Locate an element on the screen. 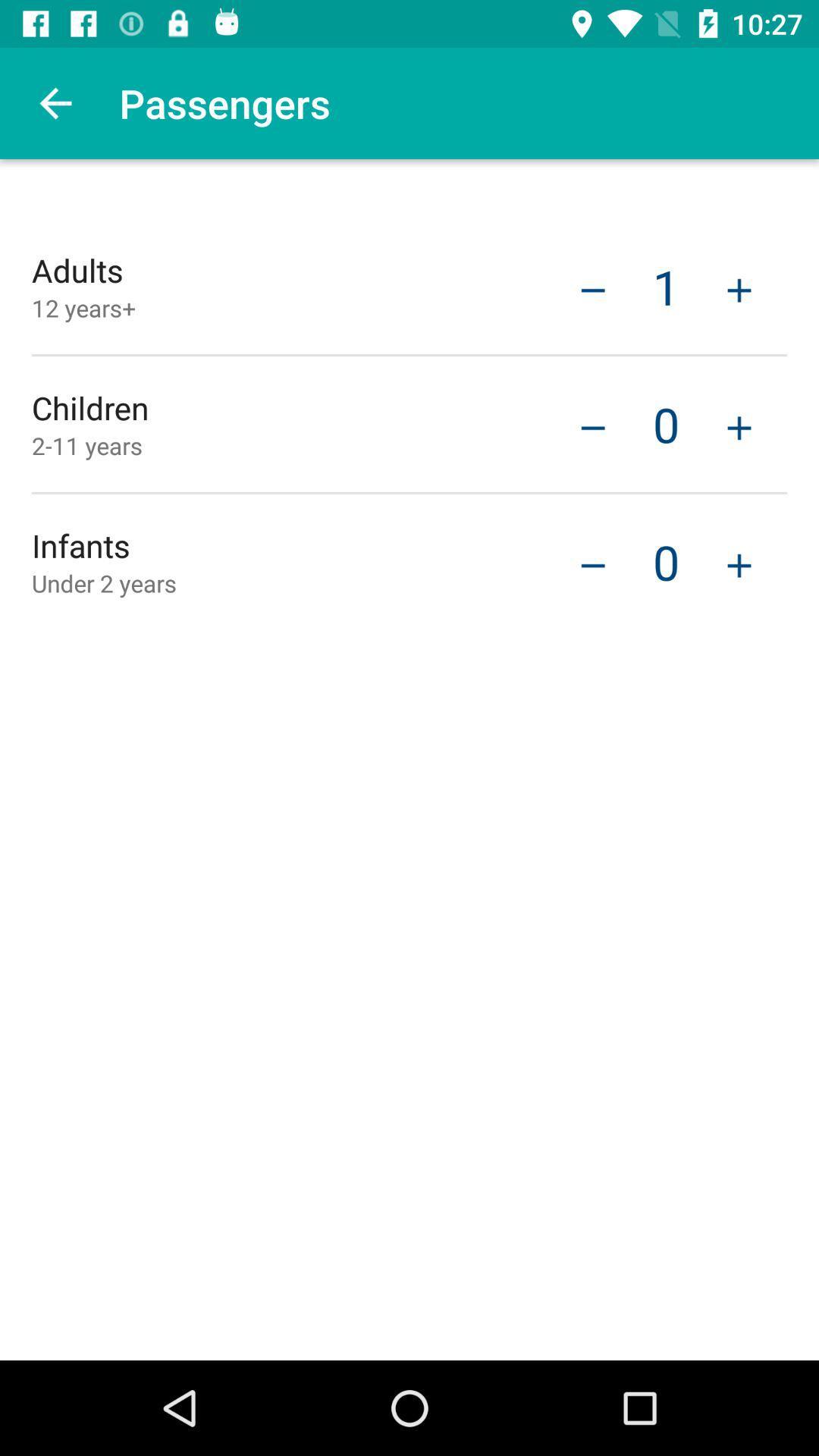 Image resolution: width=819 pixels, height=1456 pixels. an infant passenger is located at coordinates (739, 563).